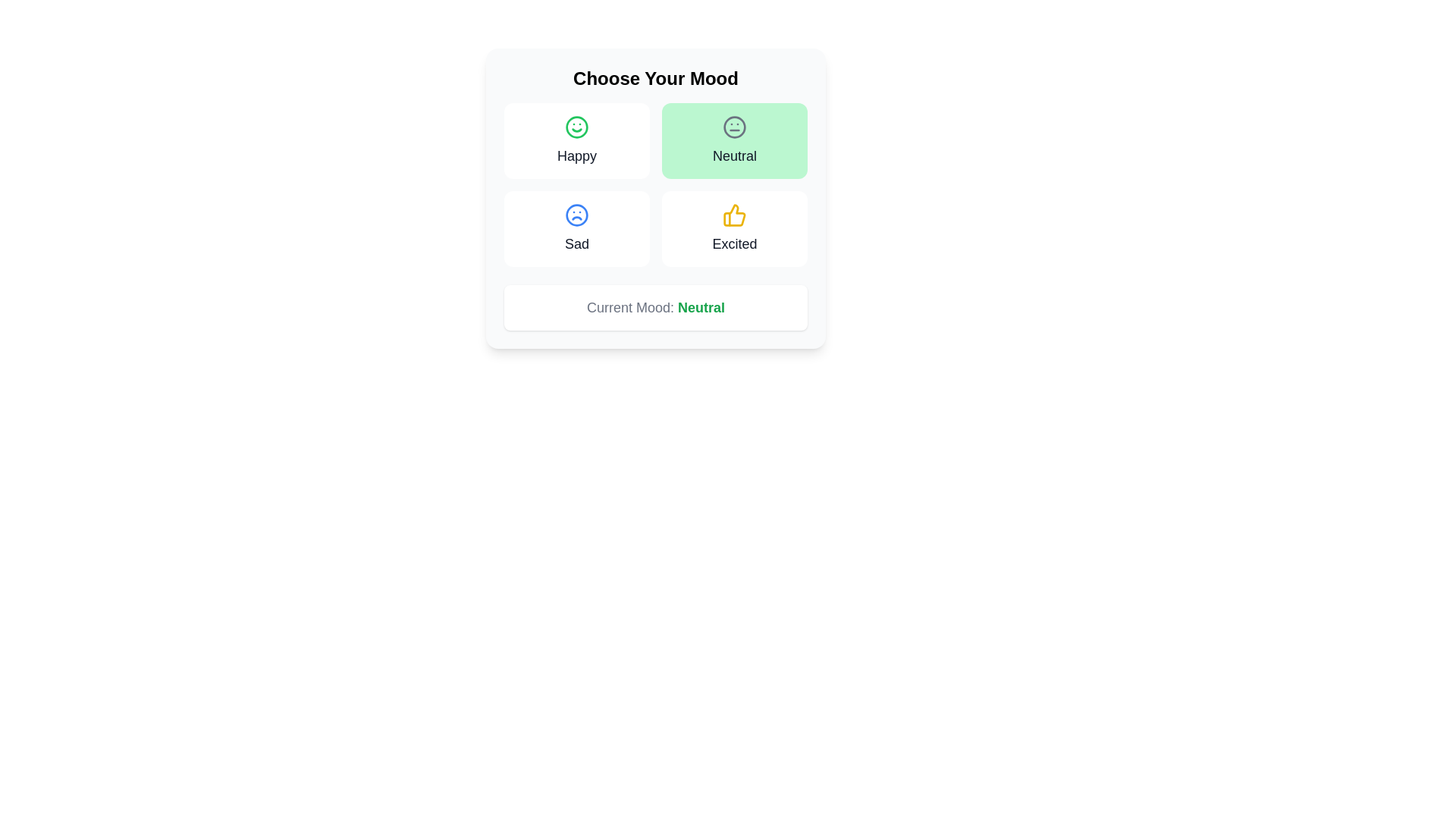 The height and width of the screenshot is (819, 1456). What do you see at coordinates (576, 243) in the screenshot?
I see `text displayed in the Text Label that shows 'Sad', which is styled in bold and medium-sized dark gray font, located in the bottom-left card of the mood options grid` at bounding box center [576, 243].